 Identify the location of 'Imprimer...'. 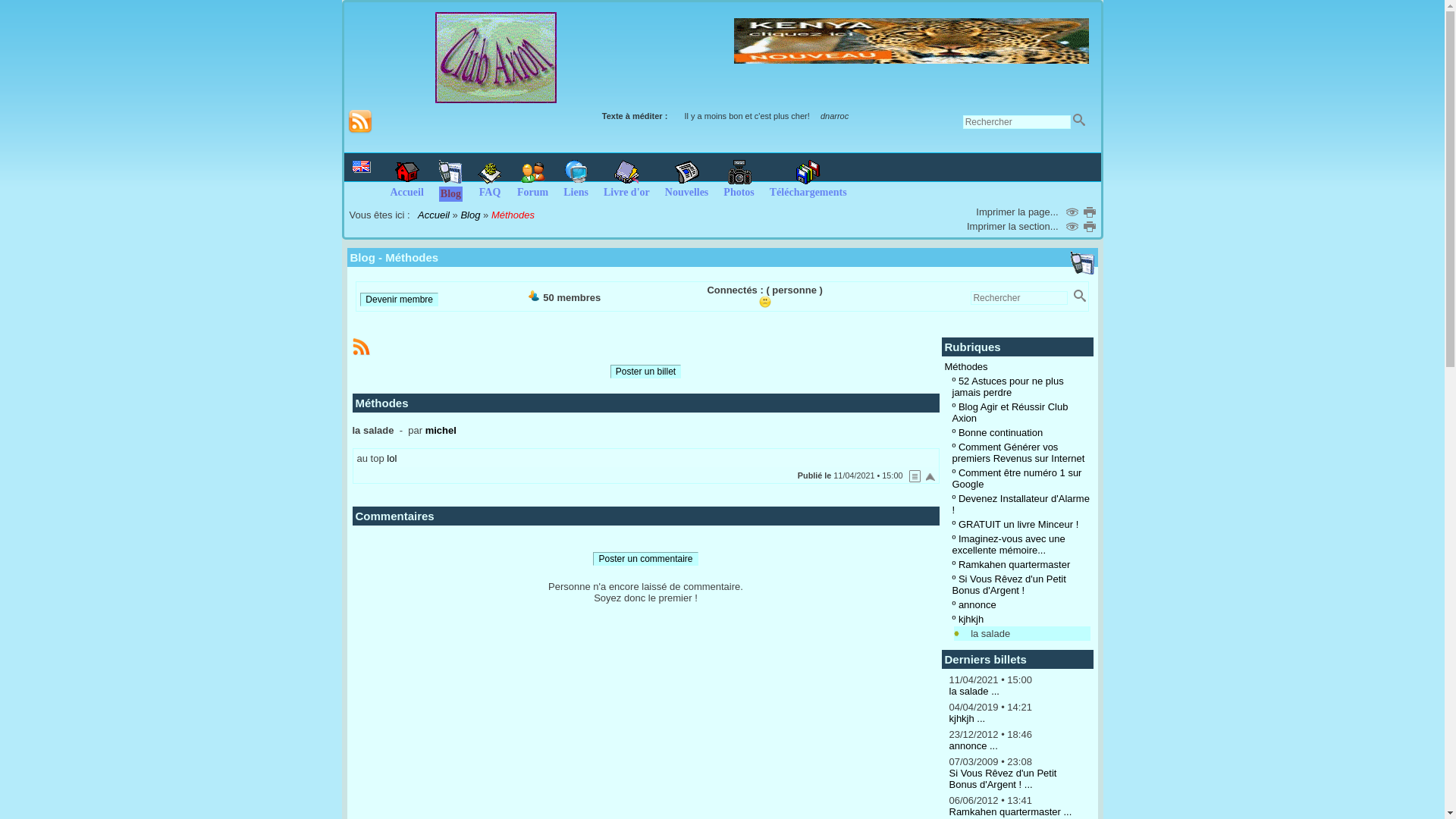
(1083, 212).